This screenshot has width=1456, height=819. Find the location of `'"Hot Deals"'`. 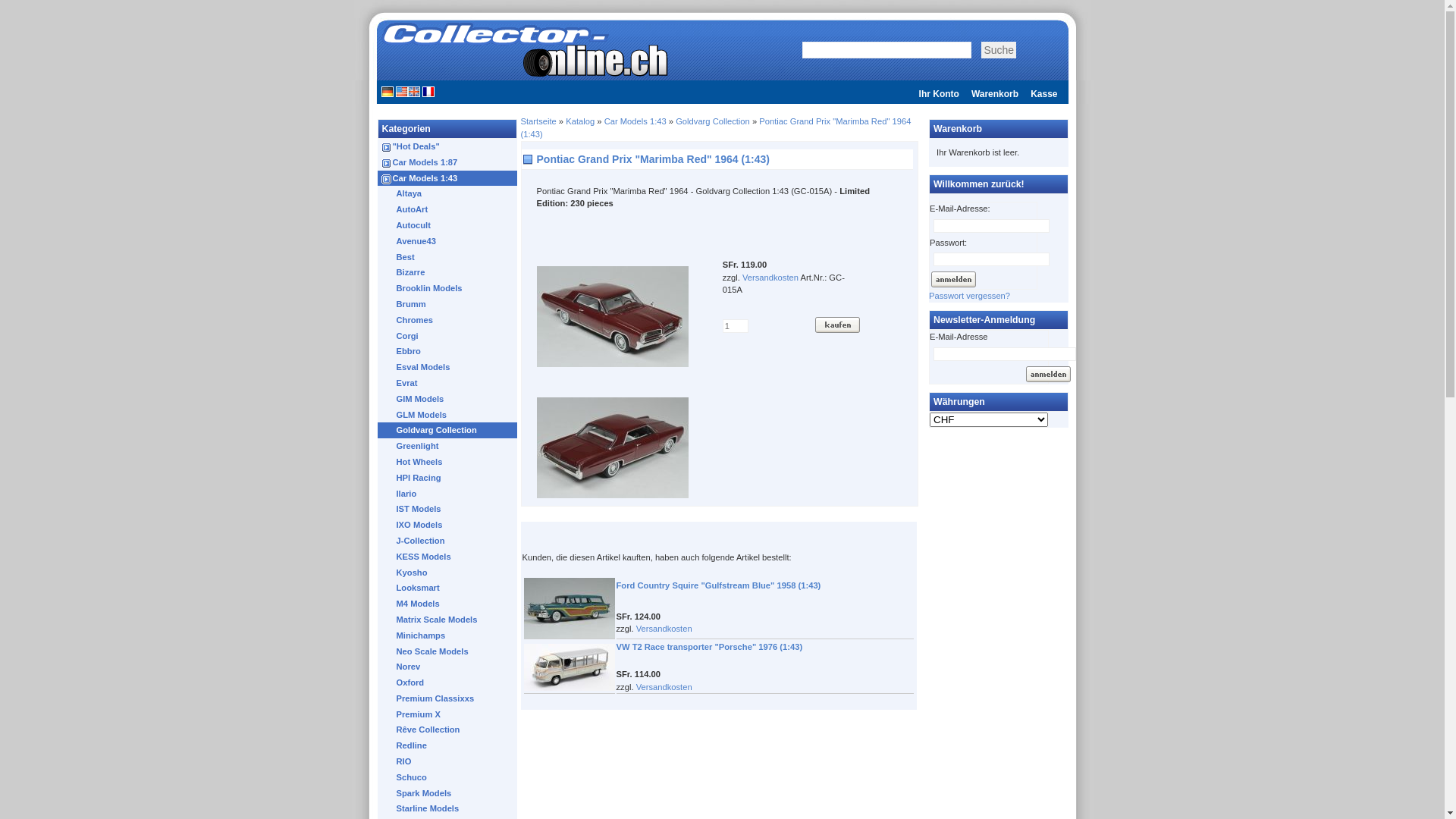

'"Hot Deals"' is located at coordinates (450, 146).